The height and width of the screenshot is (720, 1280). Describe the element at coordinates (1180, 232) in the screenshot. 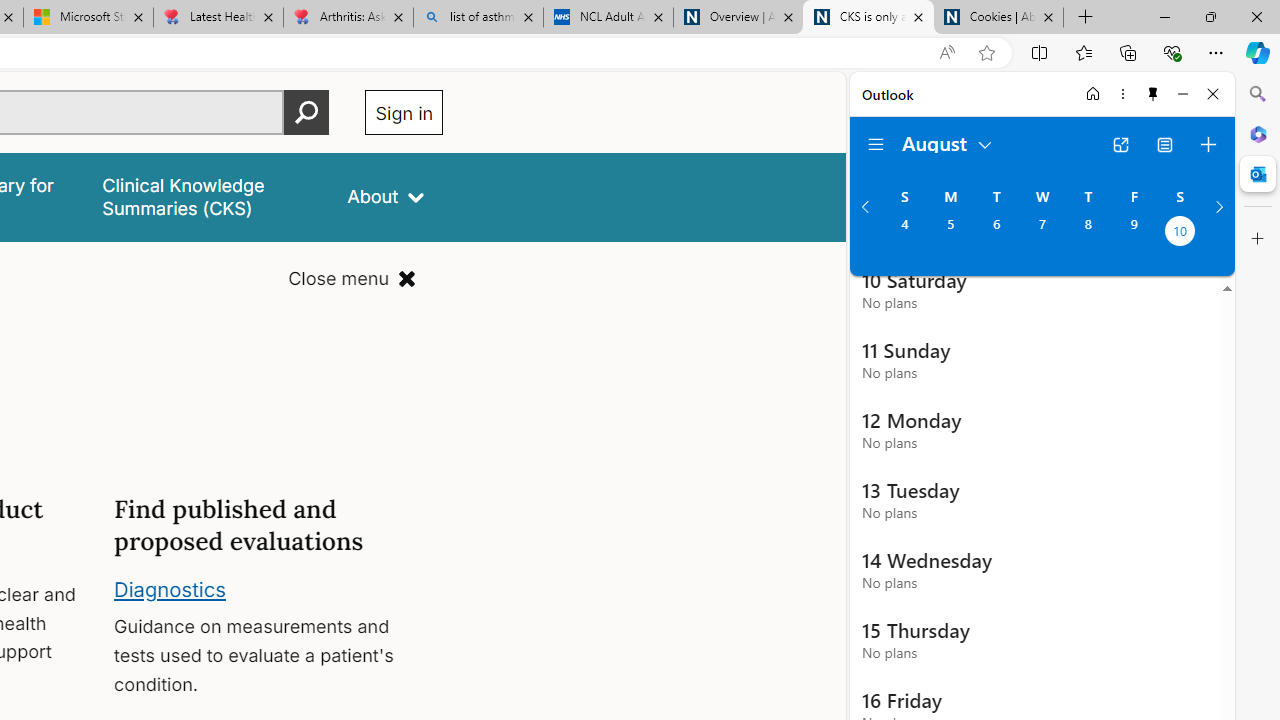

I see `'Saturday, August 10, 2024. Date selected. '` at that location.